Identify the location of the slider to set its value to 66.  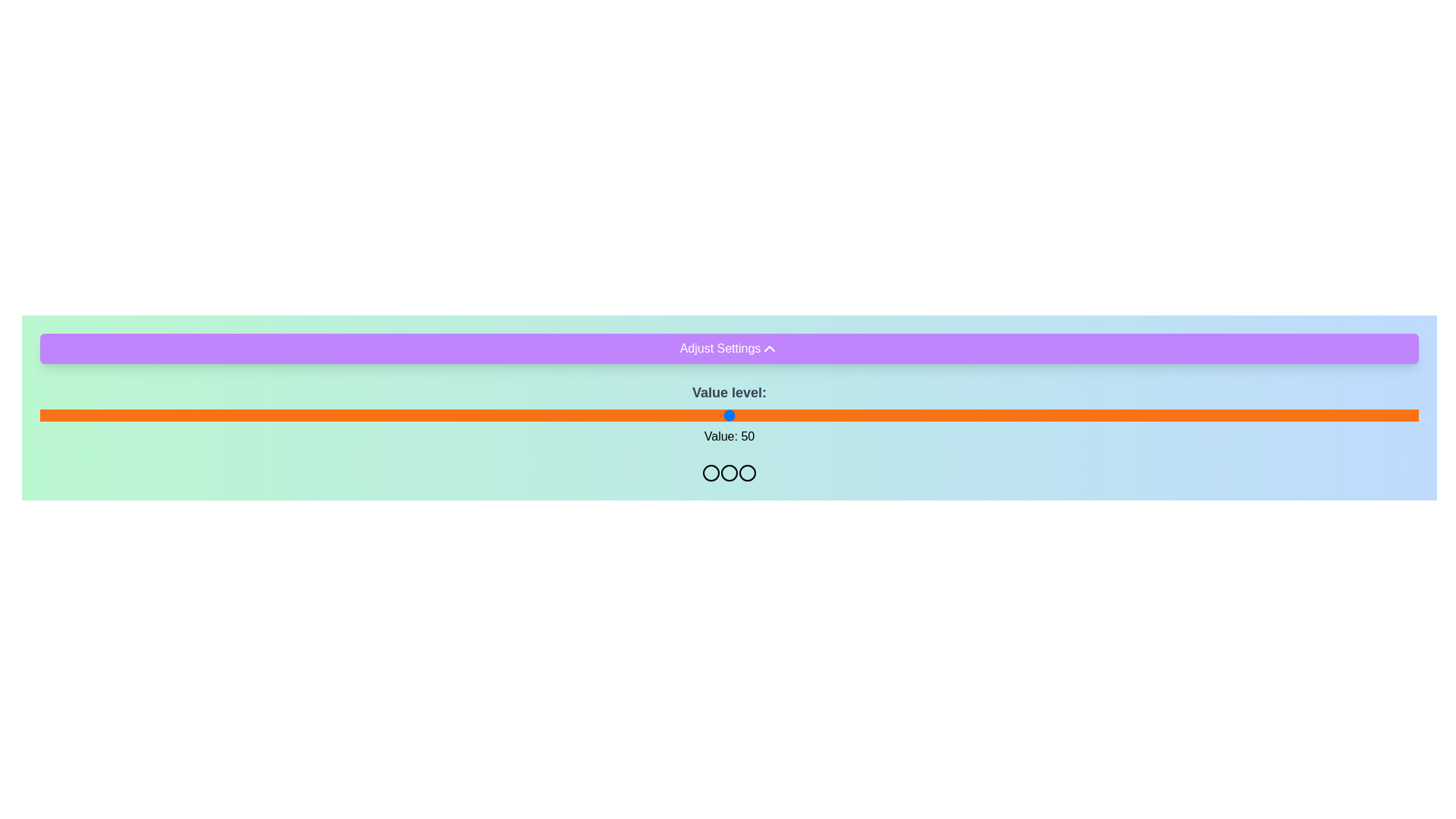
(949, 415).